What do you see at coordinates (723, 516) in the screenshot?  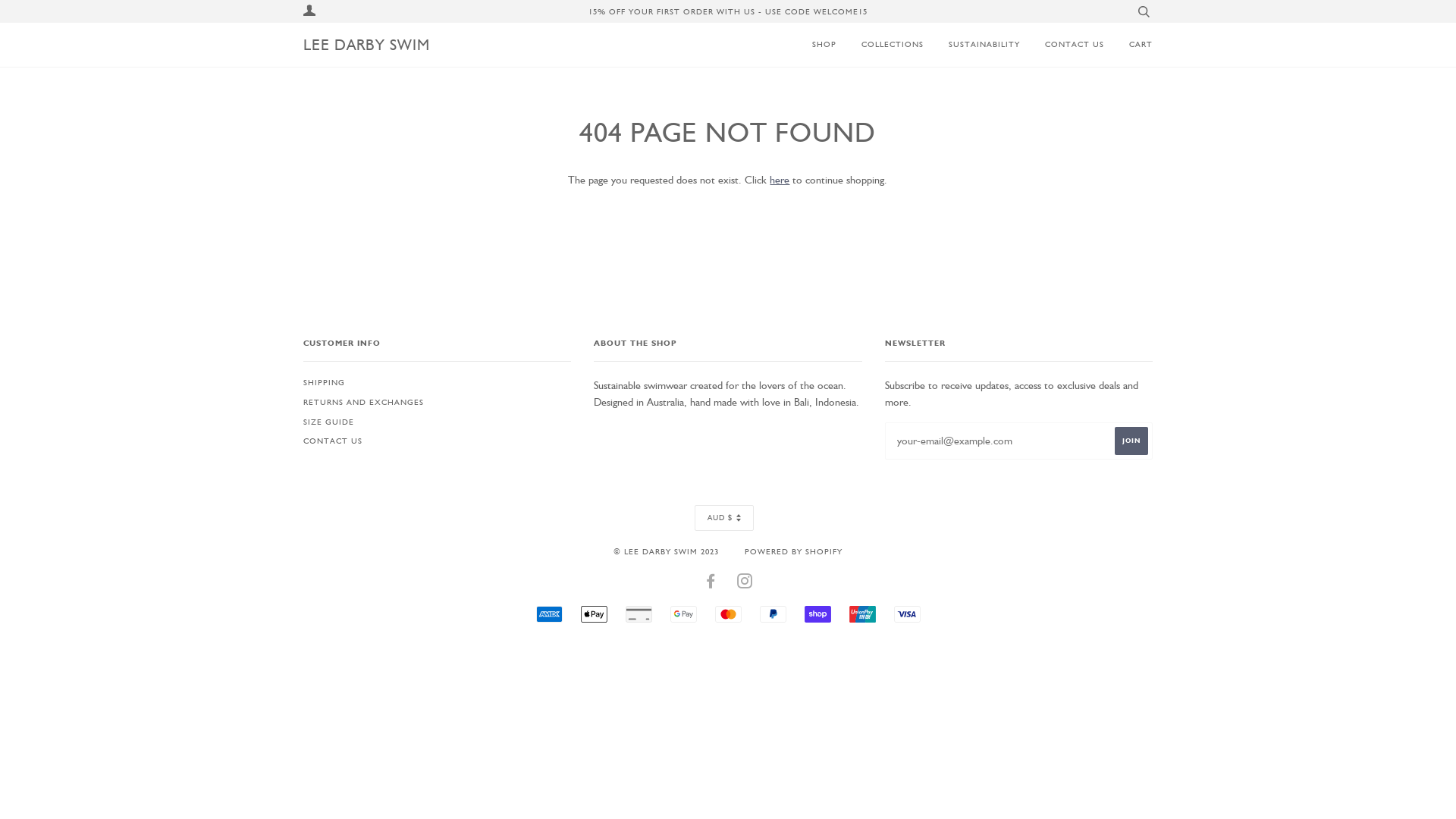 I see `'AUD $'` at bounding box center [723, 516].